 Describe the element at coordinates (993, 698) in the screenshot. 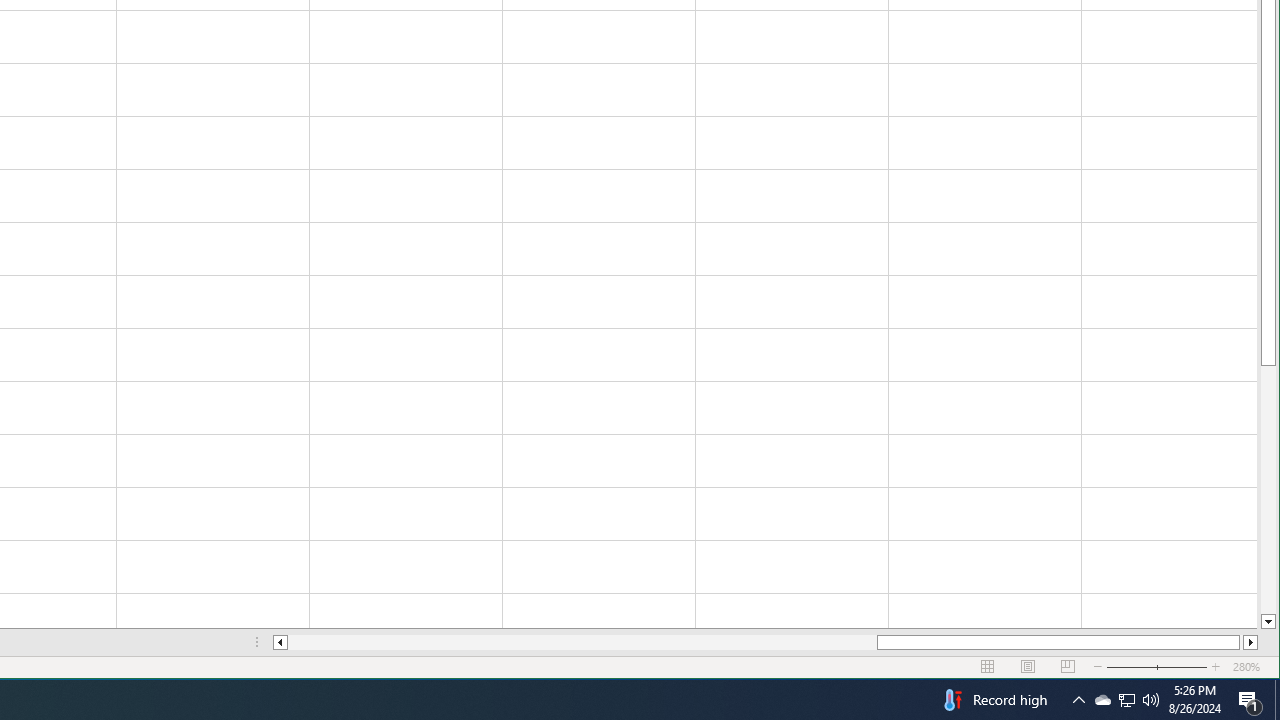

I see `'Record high'` at that location.